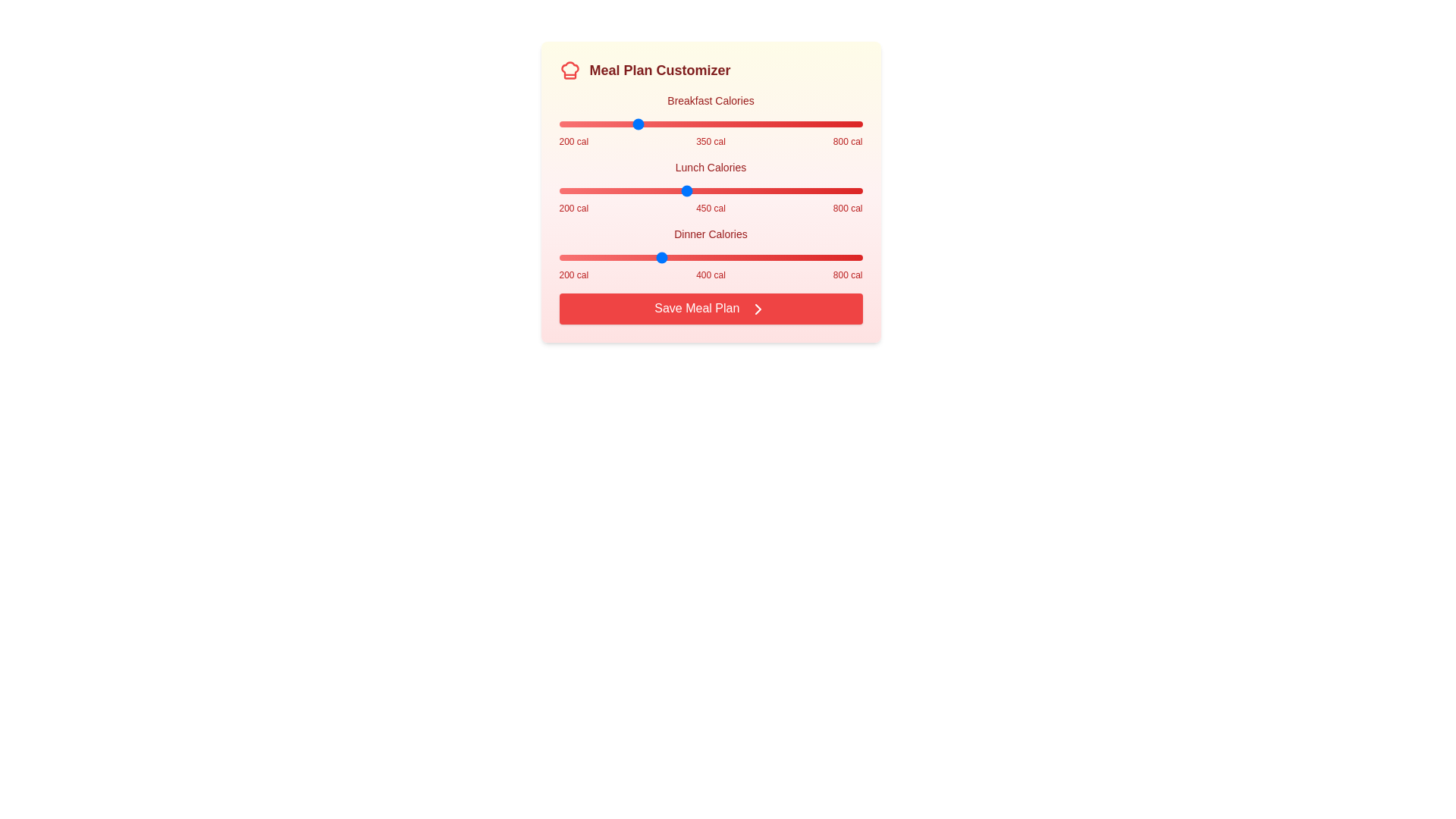  What do you see at coordinates (820, 124) in the screenshot?
I see `the Breakfast Calories slider to 718 calories` at bounding box center [820, 124].